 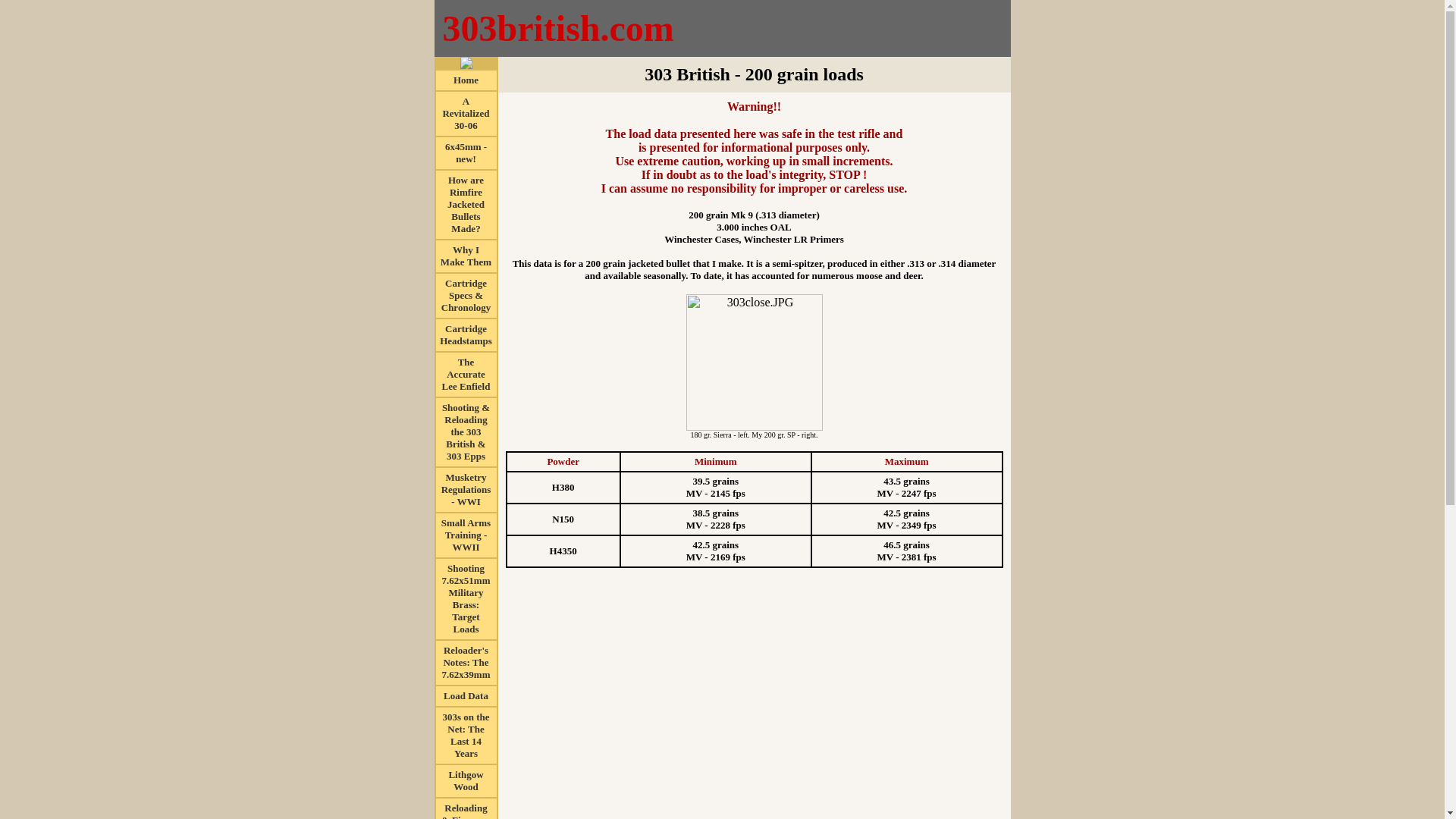 What do you see at coordinates (465, 111) in the screenshot?
I see `'A Revitalized 30-06'` at bounding box center [465, 111].